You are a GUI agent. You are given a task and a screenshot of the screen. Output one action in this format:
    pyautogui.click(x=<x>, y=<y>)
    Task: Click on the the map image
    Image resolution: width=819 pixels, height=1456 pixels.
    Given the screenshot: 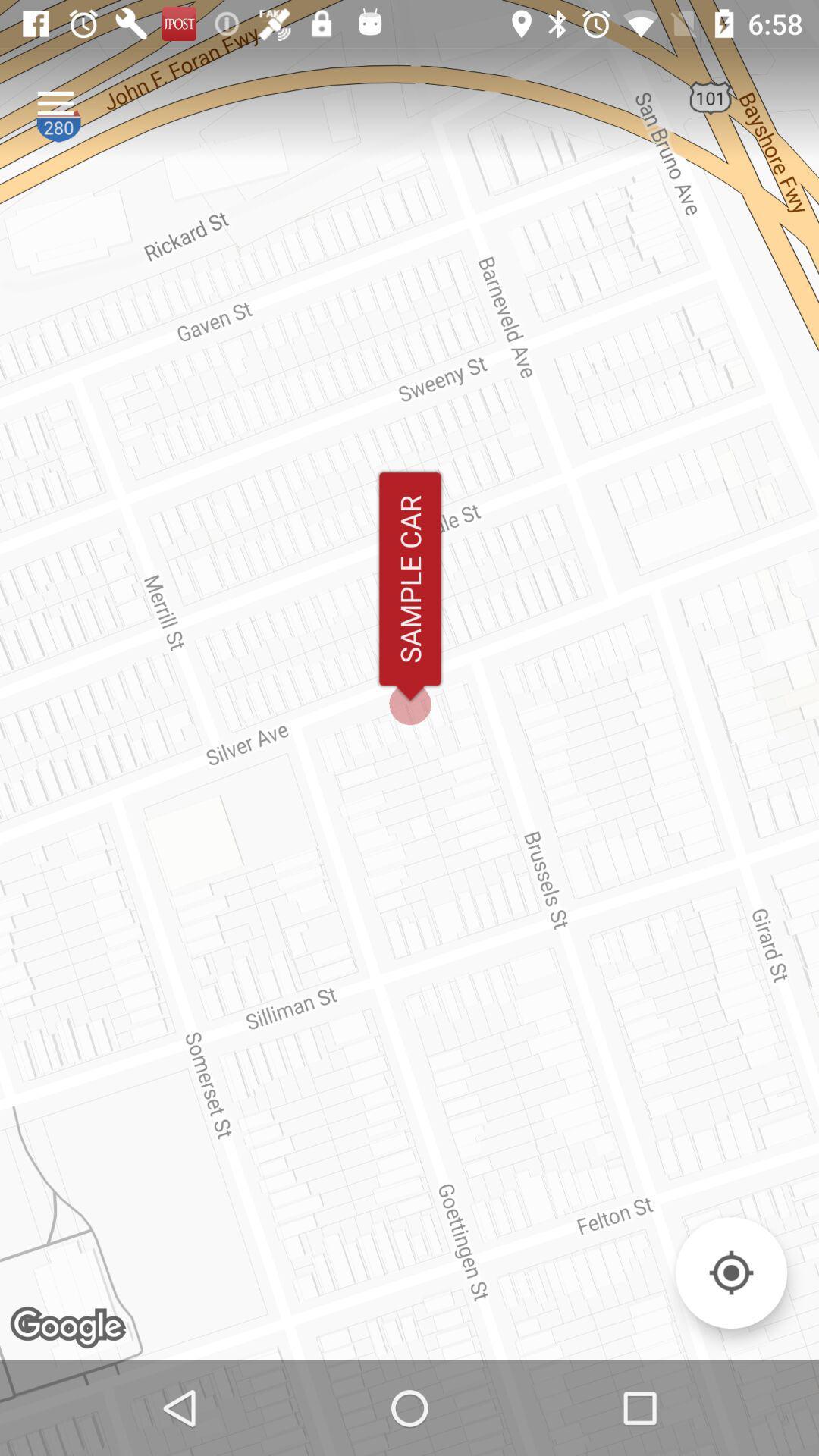 What is the action you would take?
    pyautogui.click(x=730, y=1272)
    